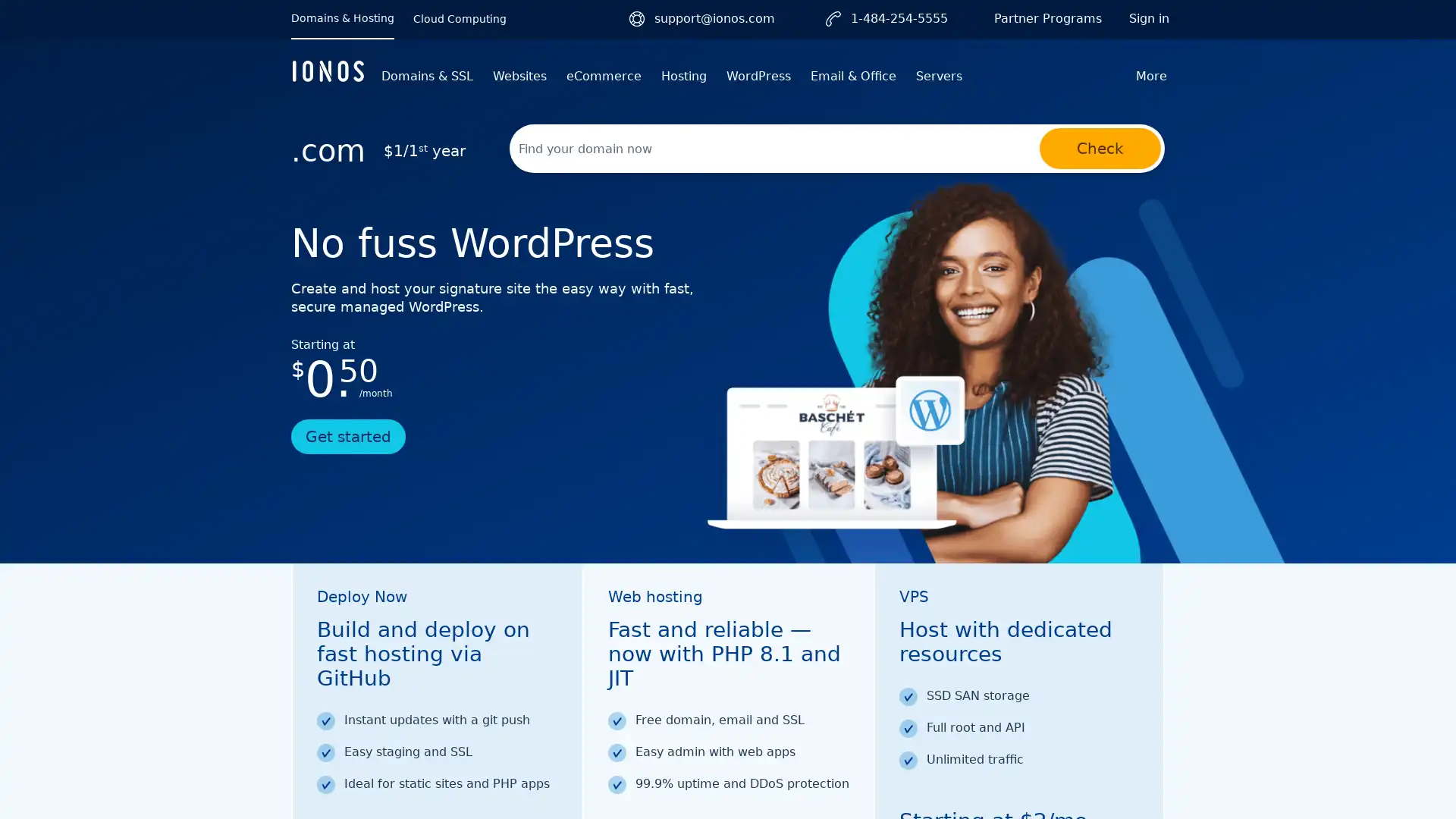 Image resolution: width=1456 pixels, height=819 pixels. What do you see at coordinates (426, 76) in the screenshot?
I see `Domains & SSL` at bounding box center [426, 76].